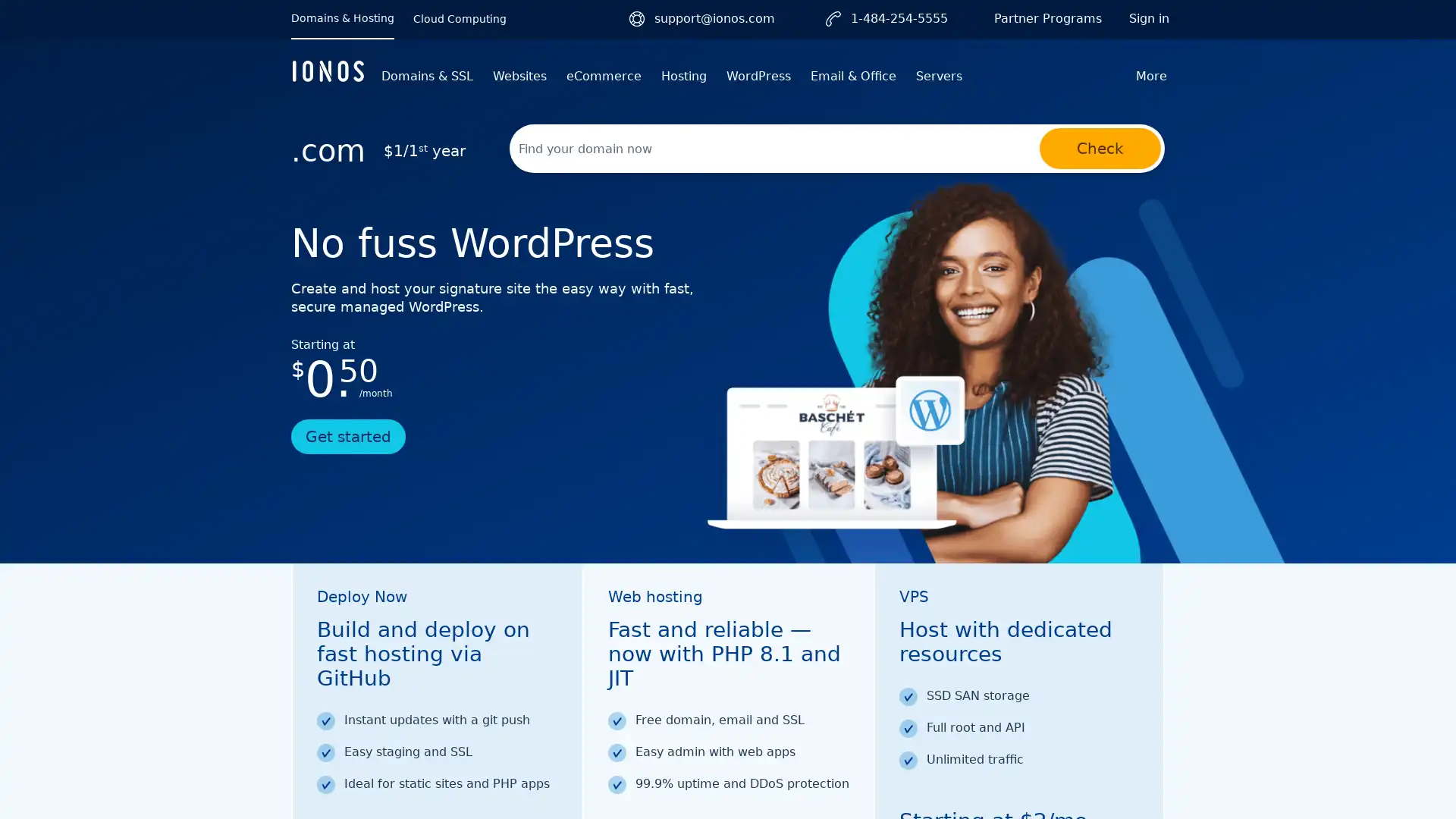 Image resolution: width=1456 pixels, height=819 pixels. What do you see at coordinates (426, 76) in the screenshot?
I see `Domains & SSL` at bounding box center [426, 76].